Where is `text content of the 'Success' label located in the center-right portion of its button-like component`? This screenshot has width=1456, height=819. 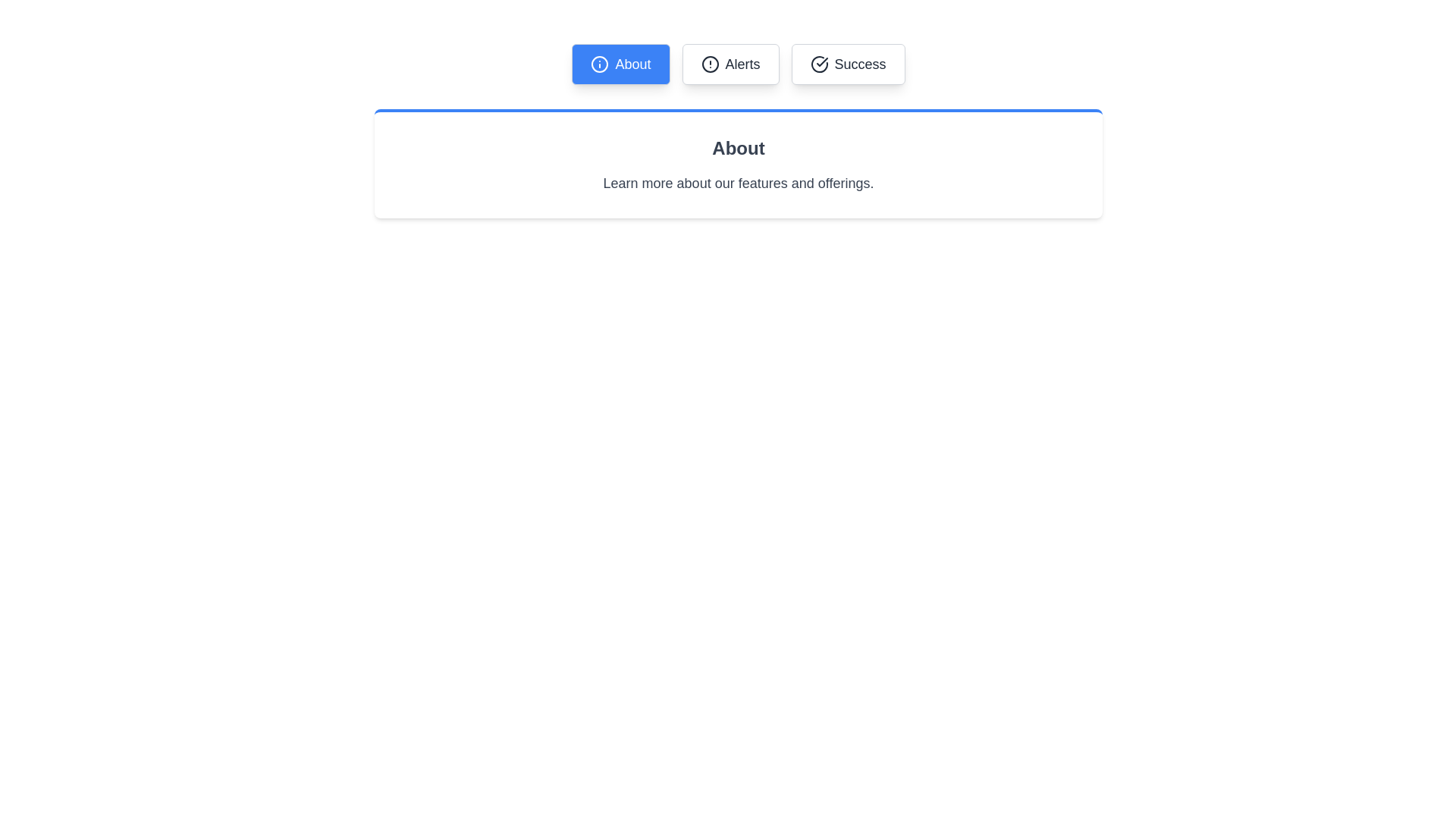
text content of the 'Success' label located in the center-right portion of its button-like component is located at coordinates (860, 63).